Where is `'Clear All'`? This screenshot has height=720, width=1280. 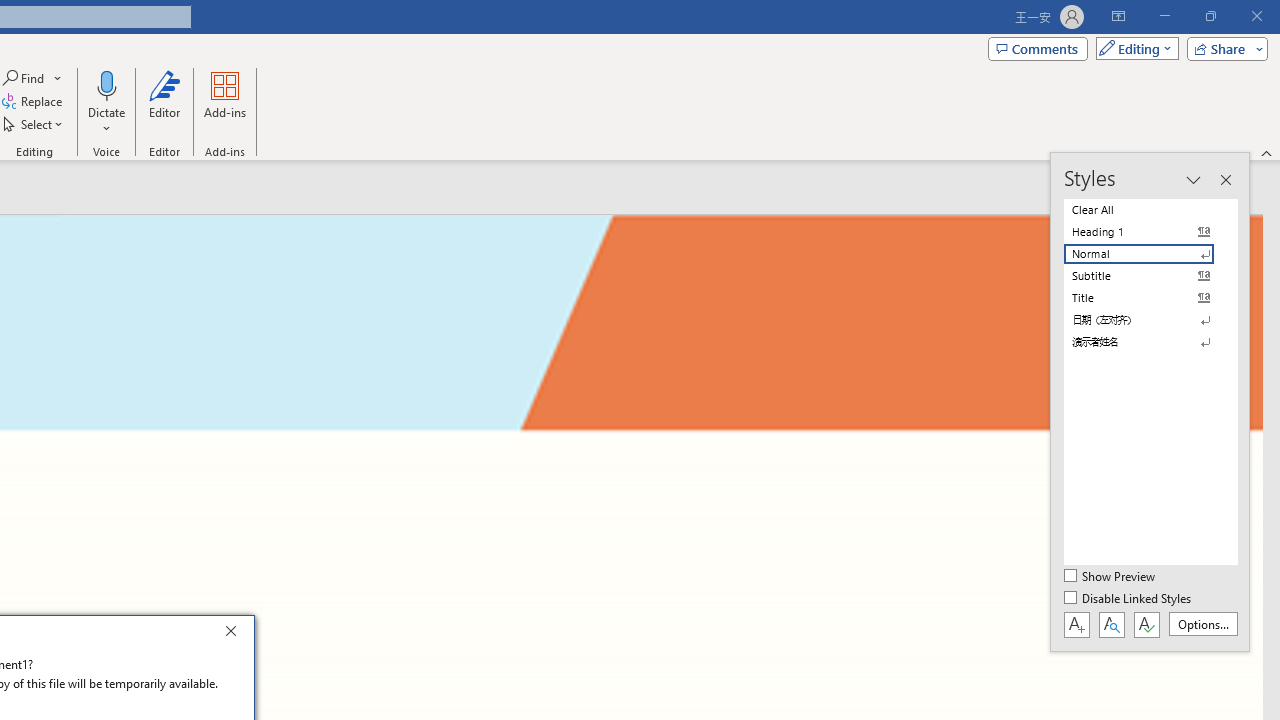 'Clear All' is located at coordinates (1150, 209).